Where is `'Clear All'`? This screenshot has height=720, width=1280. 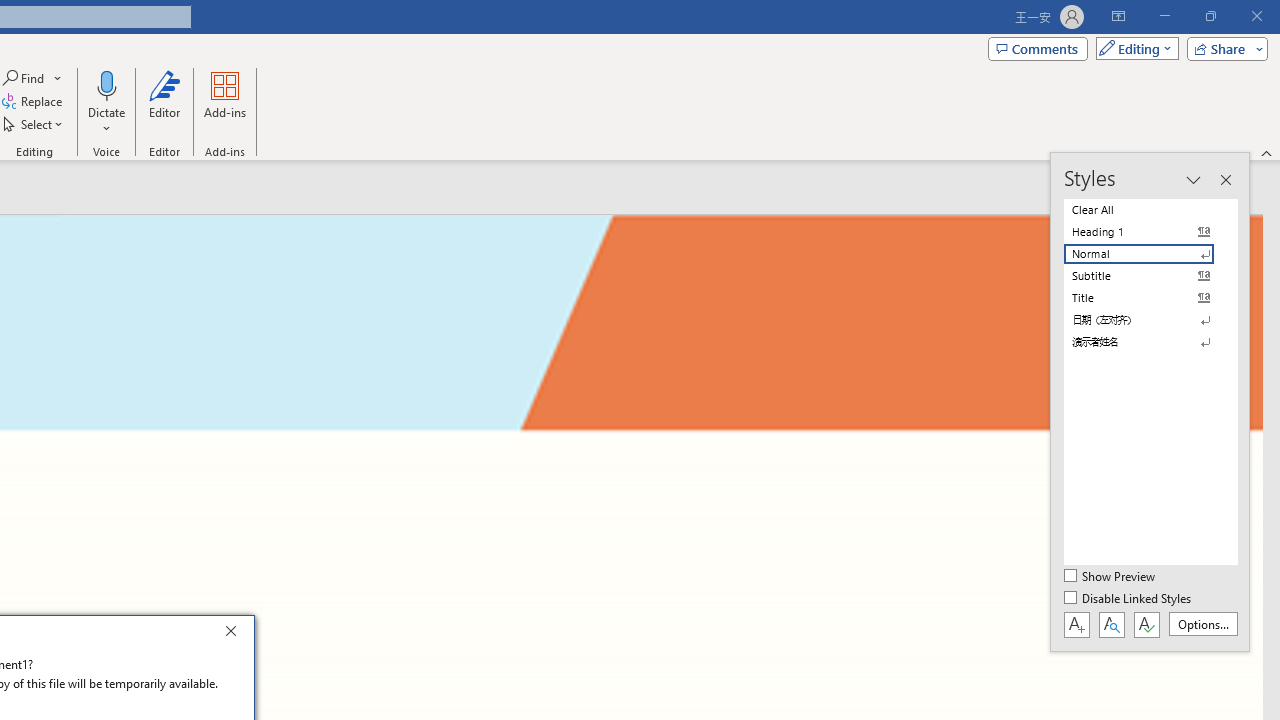 'Clear All' is located at coordinates (1150, 209).